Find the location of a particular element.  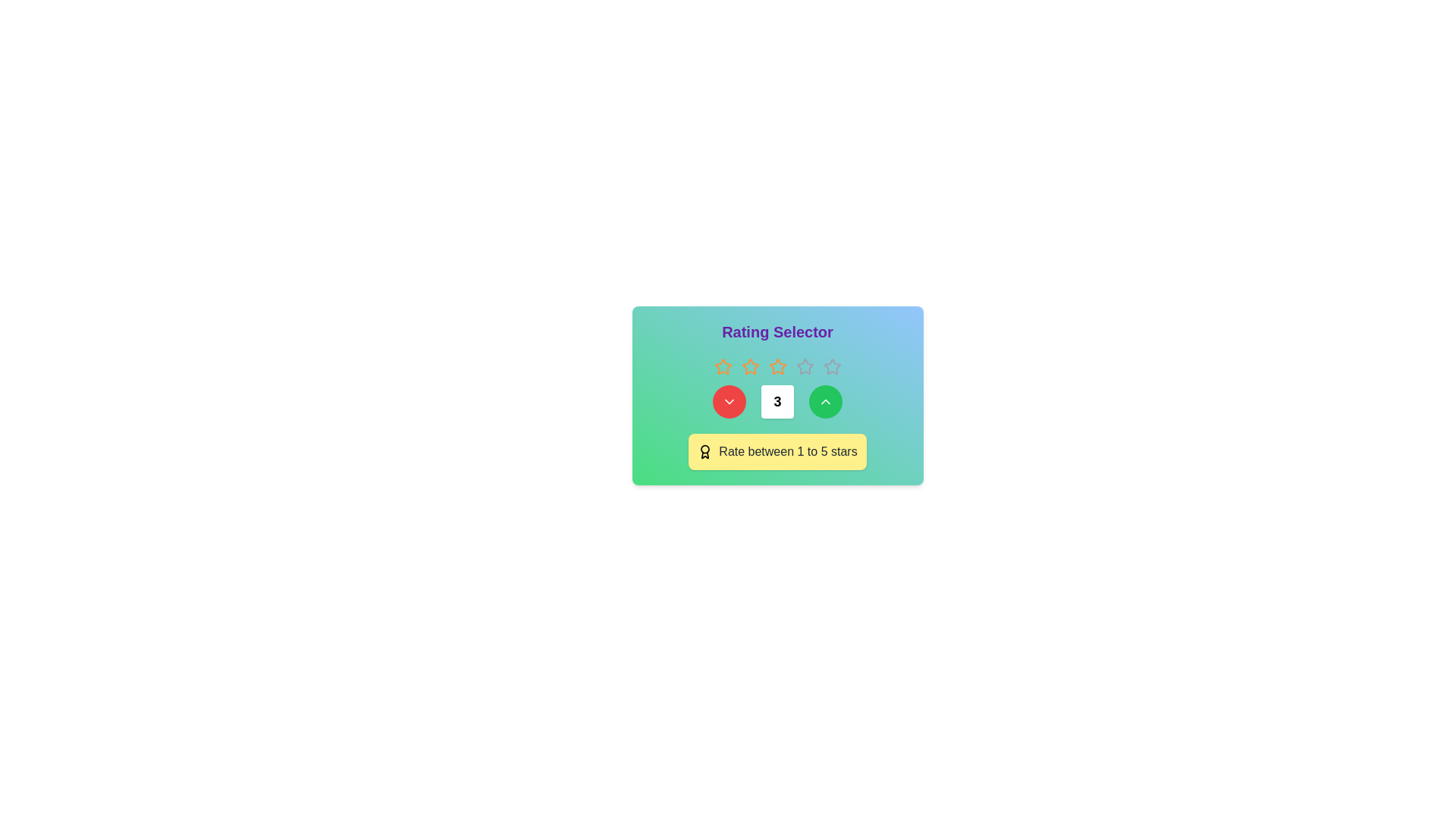

the star icon, the sixth in a row of eight stars located directly below the 'Rating Selector' heading, for accessibility purposes is located at coordinates (804, 366).